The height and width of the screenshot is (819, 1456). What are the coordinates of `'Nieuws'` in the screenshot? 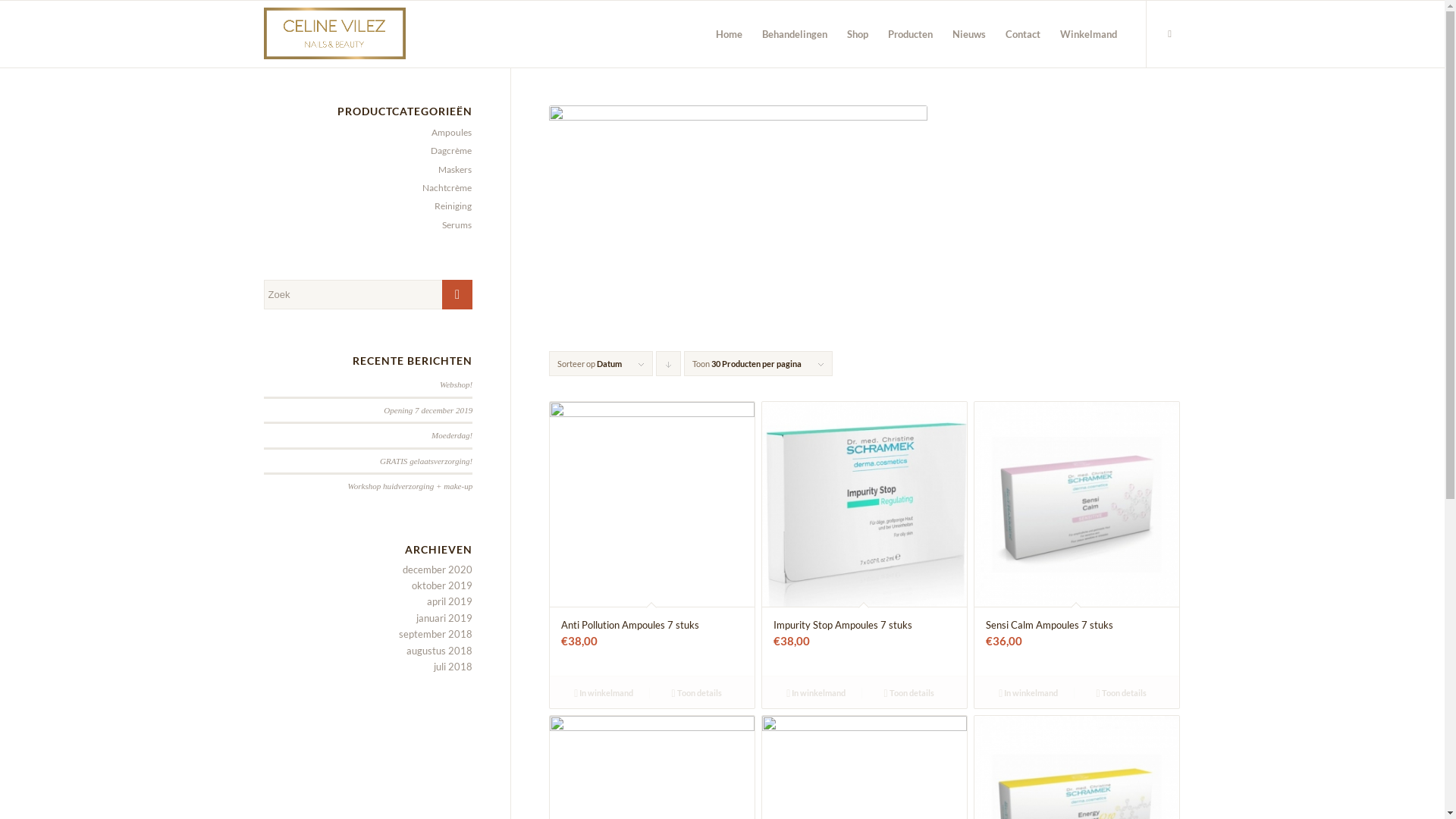 It's located at (967, 34).